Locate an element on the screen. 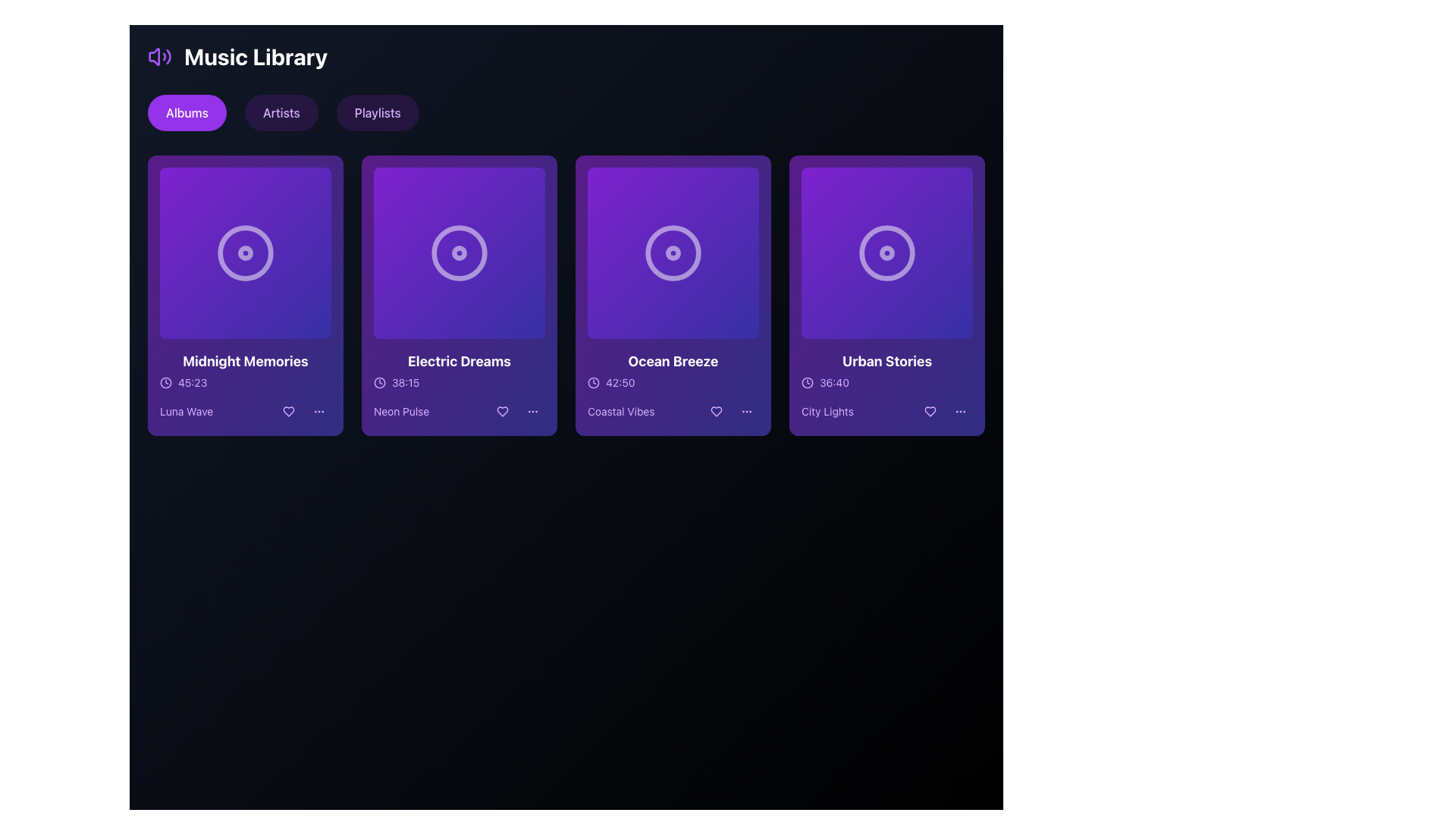  the heart-shaped button outlined in purple, located on the card for the music item titled 'Ocean Breeze', to interact with it is located at coordinates (716, 412).